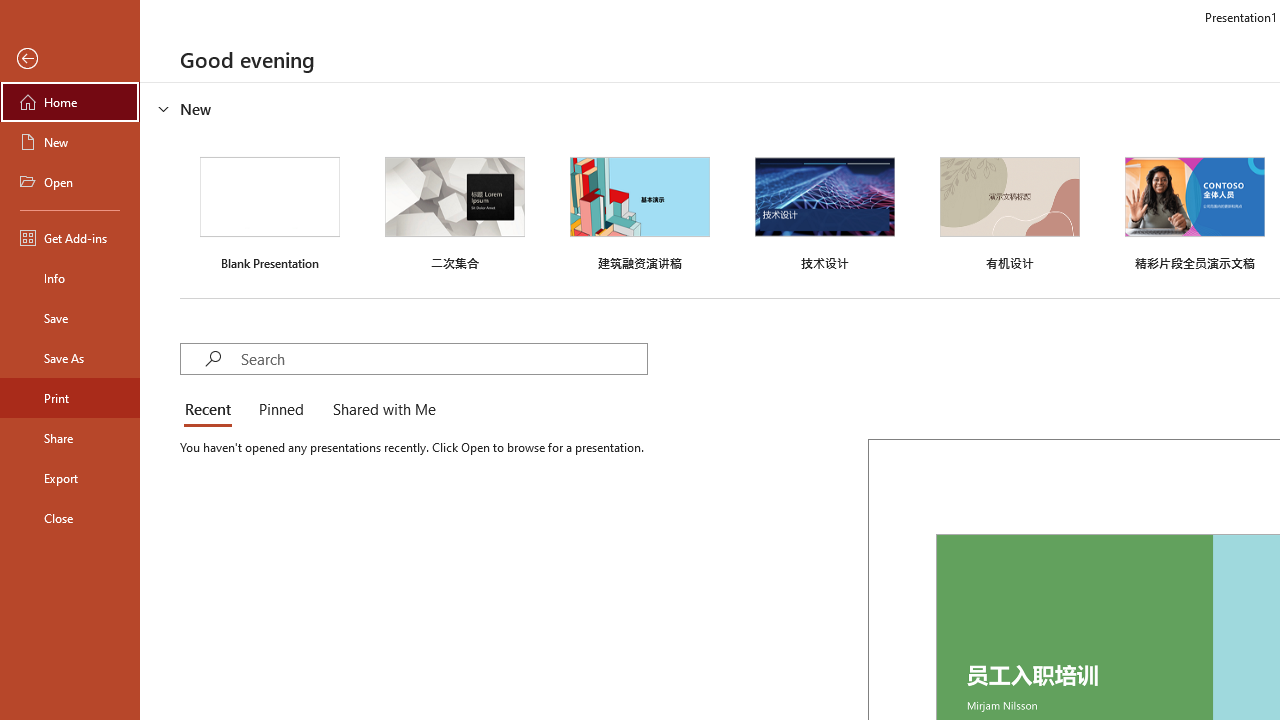 This screenshot has width=1280, height=720. I want to click on 'Pinned', so click(279, 410).